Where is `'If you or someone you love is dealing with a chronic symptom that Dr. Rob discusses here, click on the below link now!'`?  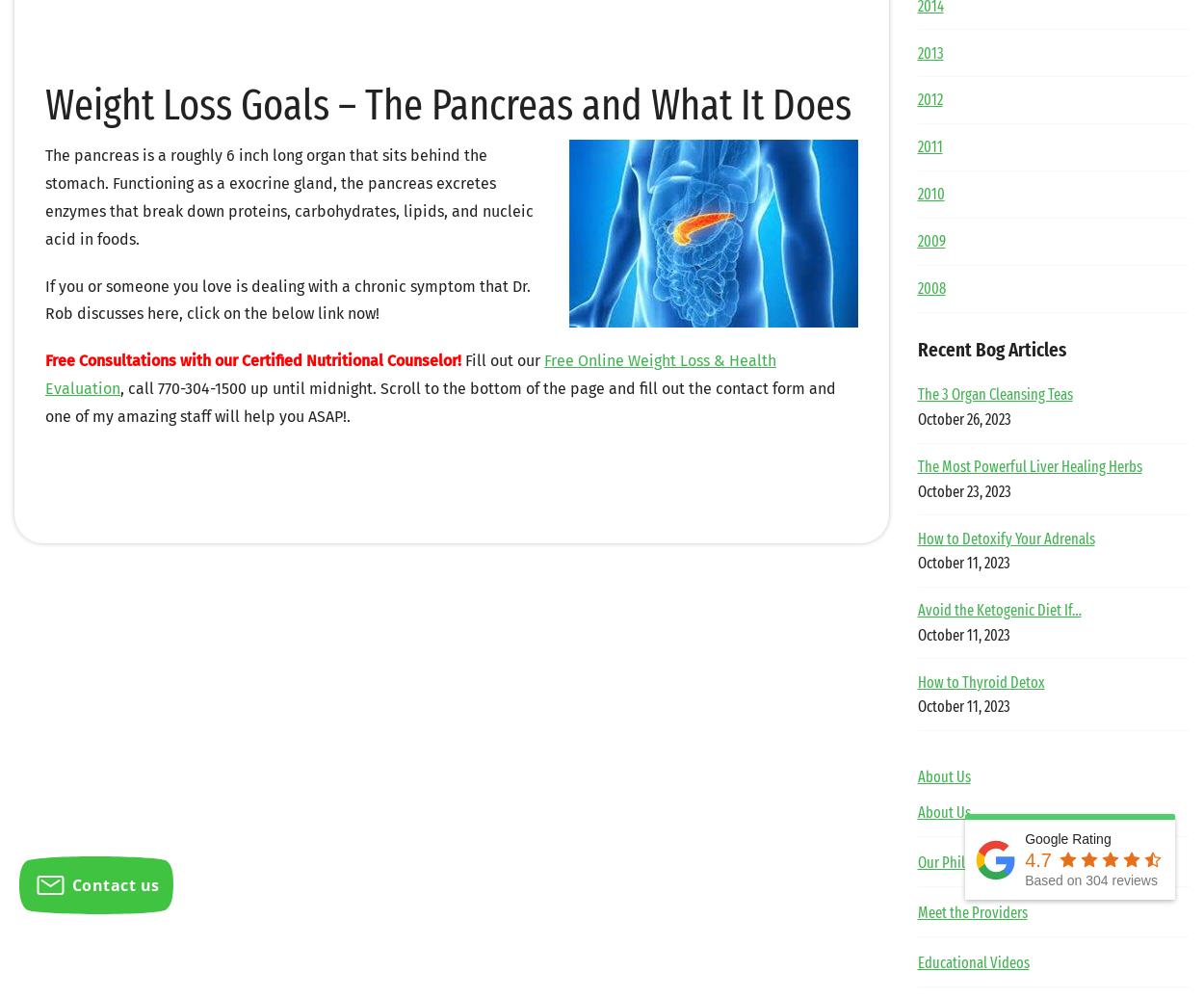 'If you or someone you love is dealing with a chronic symptom that Dr. Rob discusses here, click on the below link now!' is located at coordinates (288, 300).